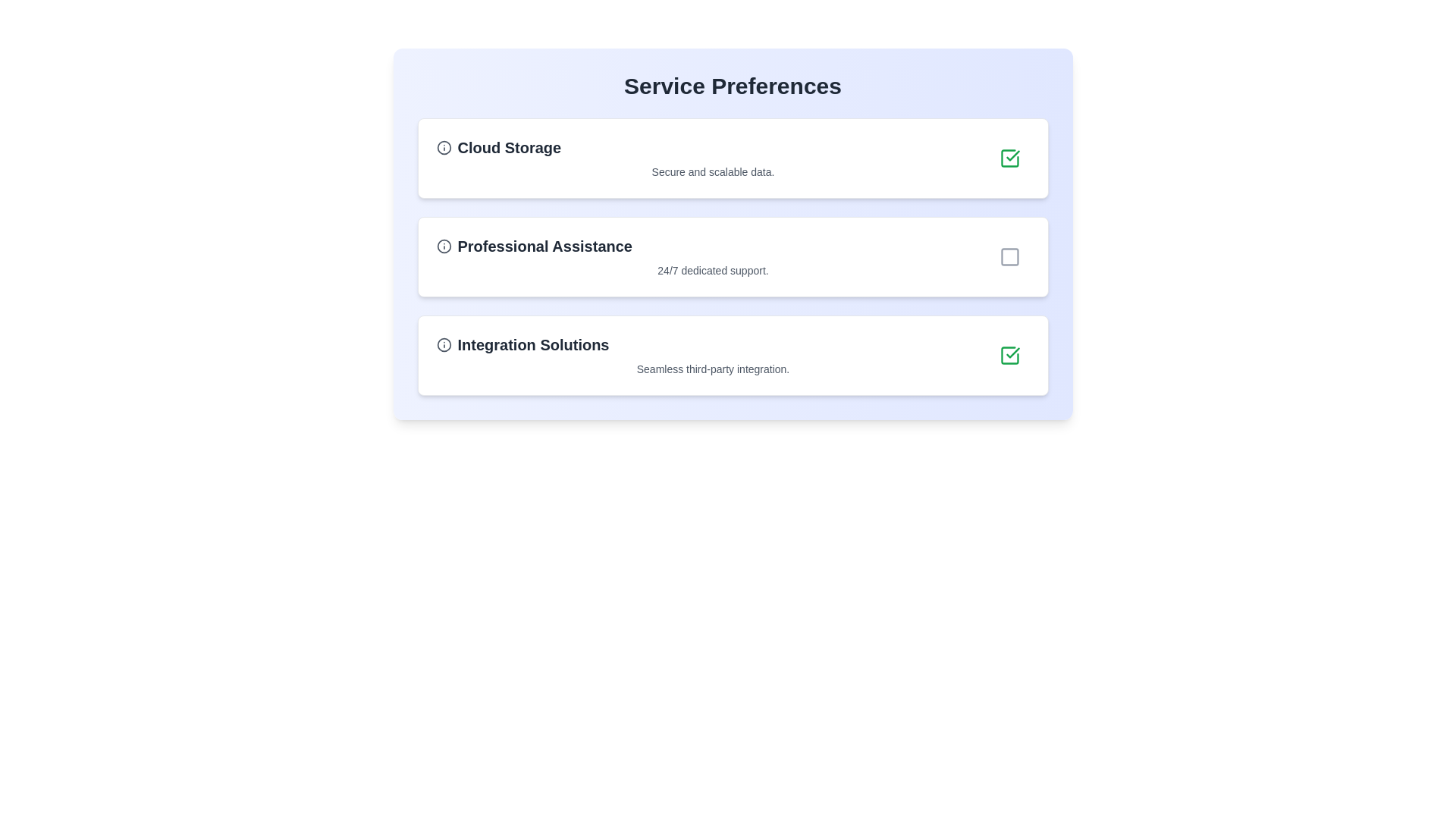 The image size is (1456, 819). What do you see at coordinates (1012, 155) in the screenshot?
I see `the graphical checkmark icon with a green outline, located to the far right of the 'Cloud Storage' option in the 'Service Preferences' section` at bounding box center [1012, 155].